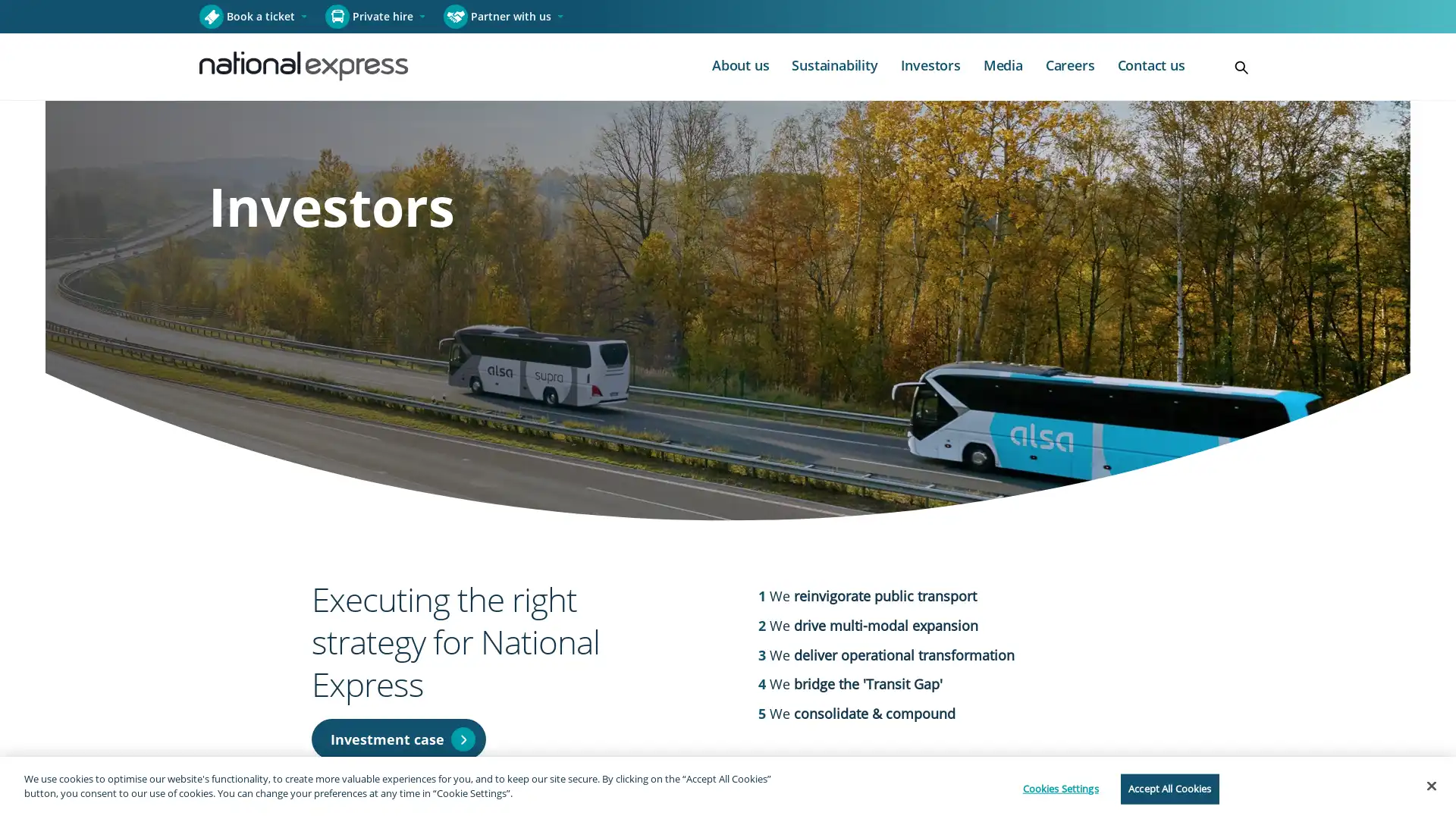 This screenshot has height=819, width=1456. What do you see at coordinates (1059, 788) in the screenshot?
I see `Cookies Settings` at bounding box center [1059, 788].